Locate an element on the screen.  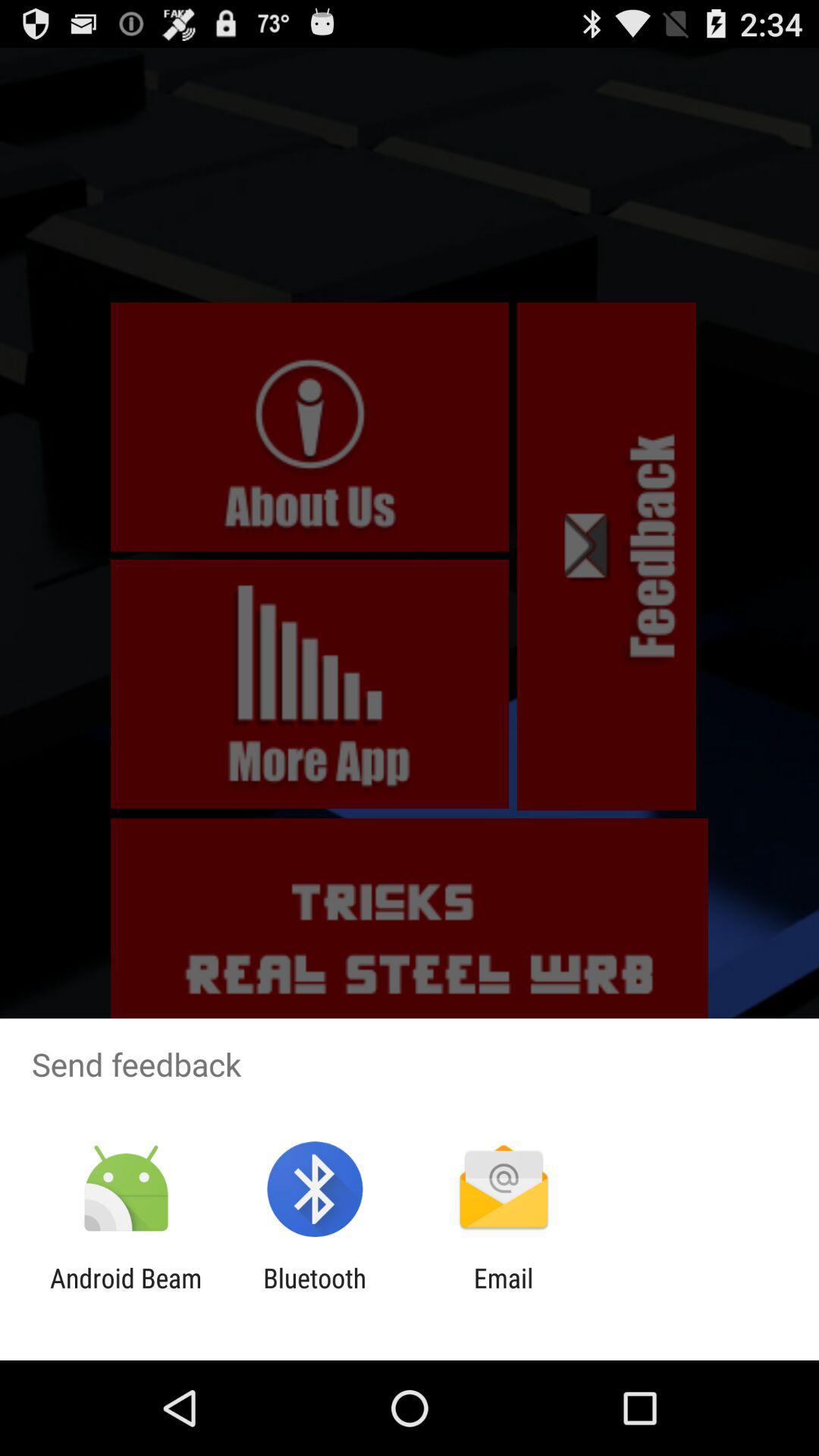
bluetooth app is located at coordinates (314, 1293).